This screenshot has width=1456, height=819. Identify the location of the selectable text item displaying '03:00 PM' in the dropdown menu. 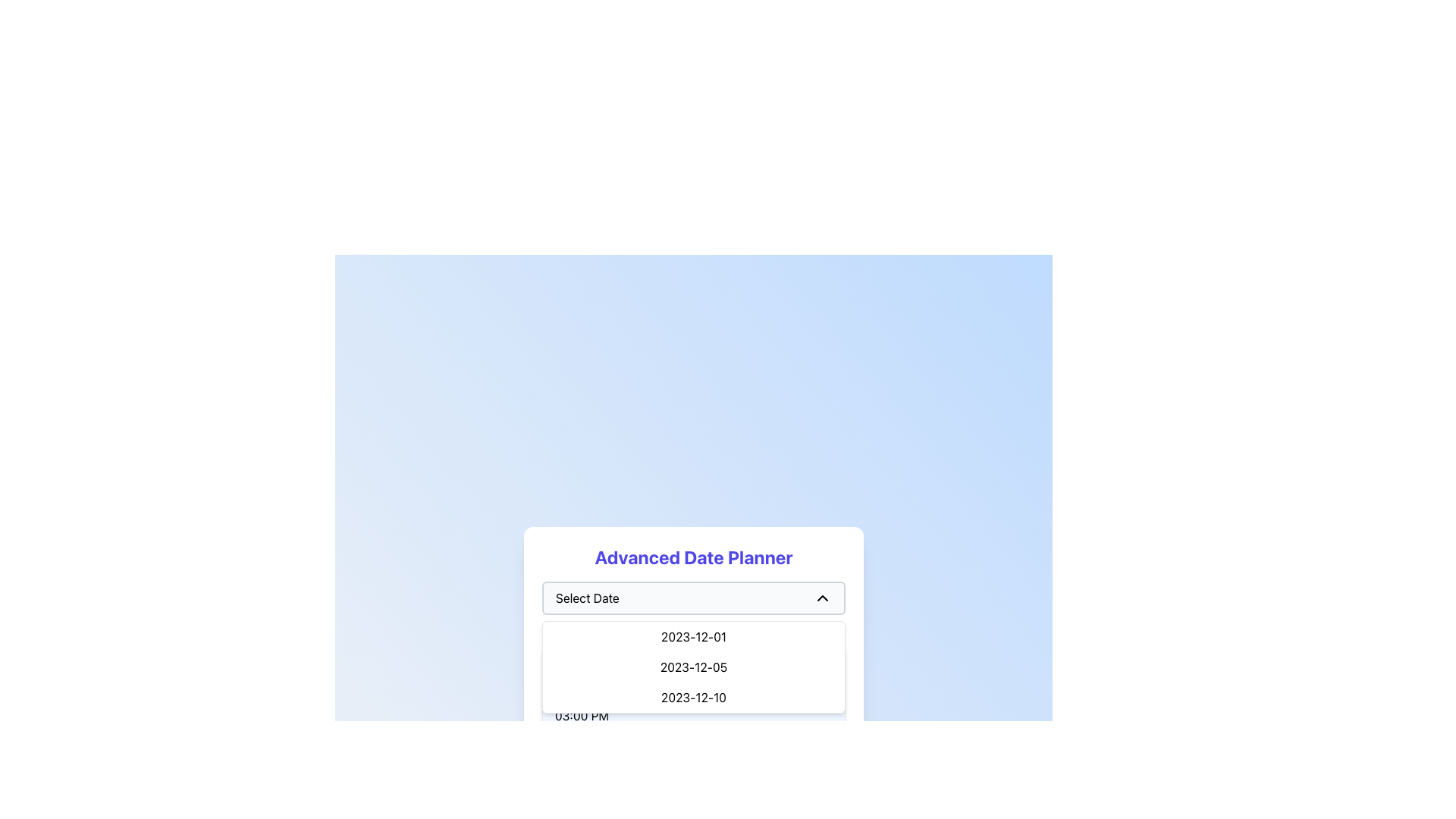
(693, 716).